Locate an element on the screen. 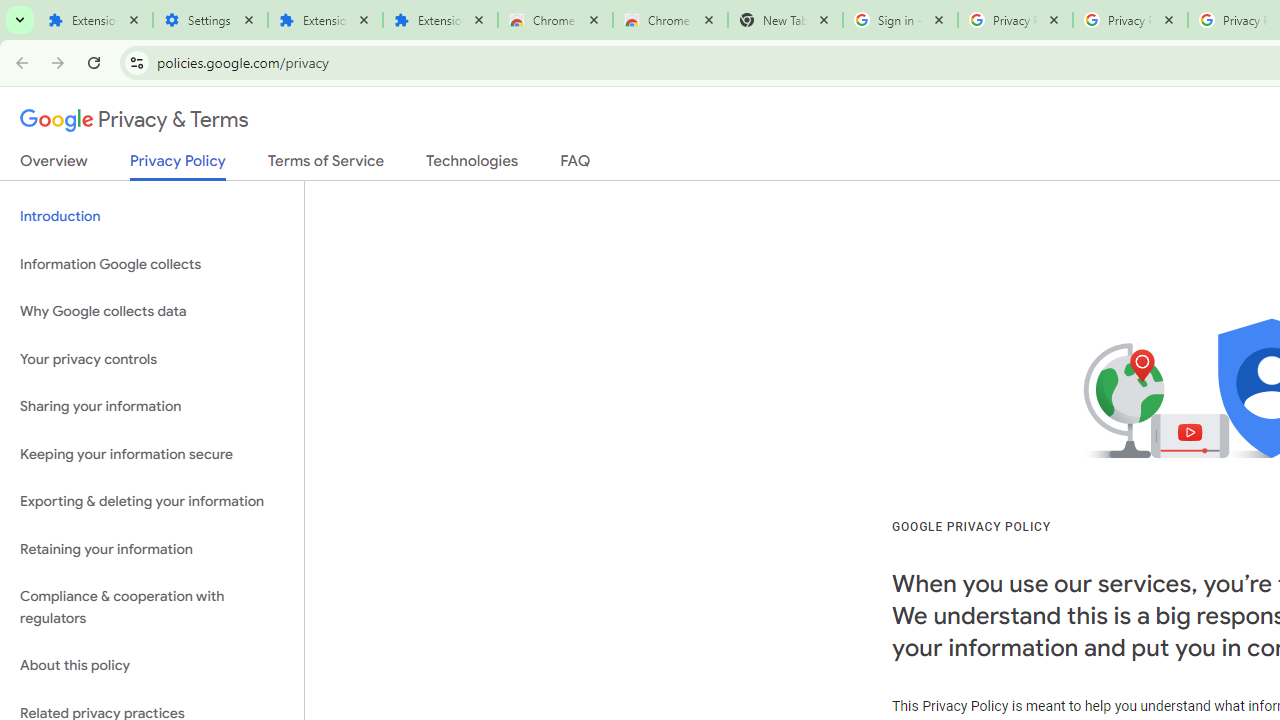  'Your privacy controls' is located at coordinates (151, 358).